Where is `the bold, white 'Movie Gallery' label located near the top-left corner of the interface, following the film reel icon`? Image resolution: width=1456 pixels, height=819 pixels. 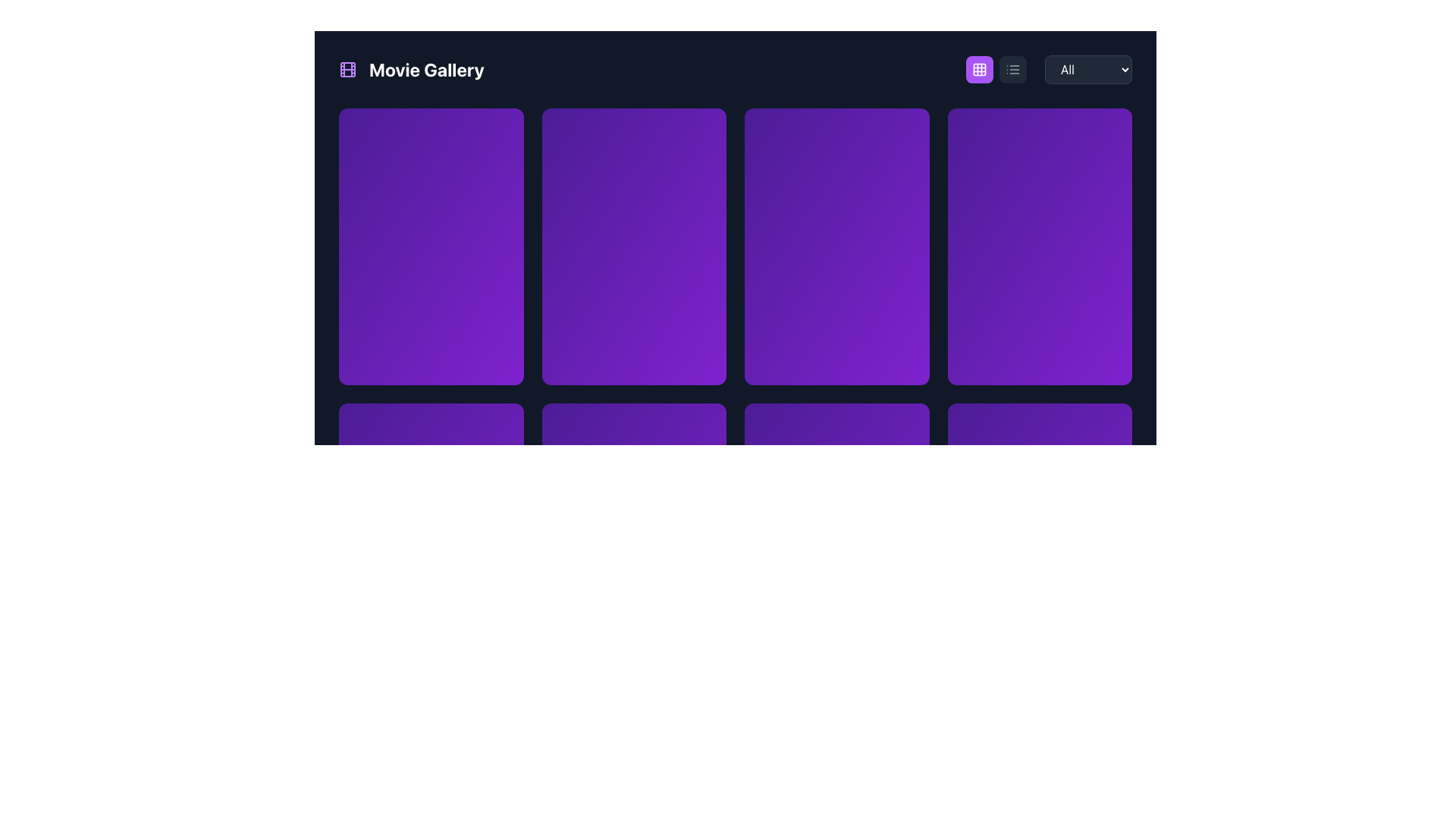 the bold, white 'Movie Gallery' label located near the top-left corner of the interface, following the film reel icon is located at coordinates (425, 70).